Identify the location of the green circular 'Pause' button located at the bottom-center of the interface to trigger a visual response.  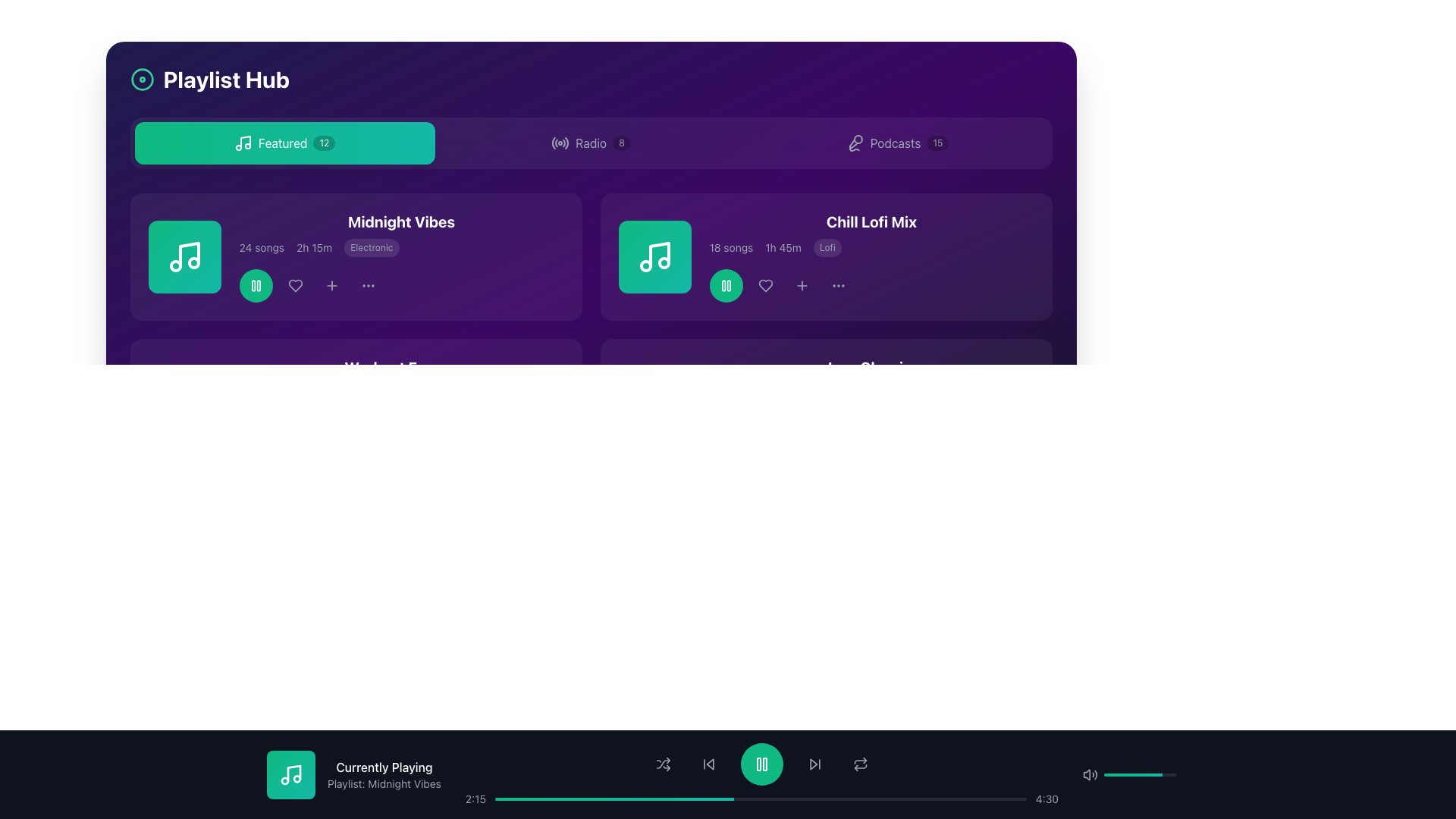
(725, 431).